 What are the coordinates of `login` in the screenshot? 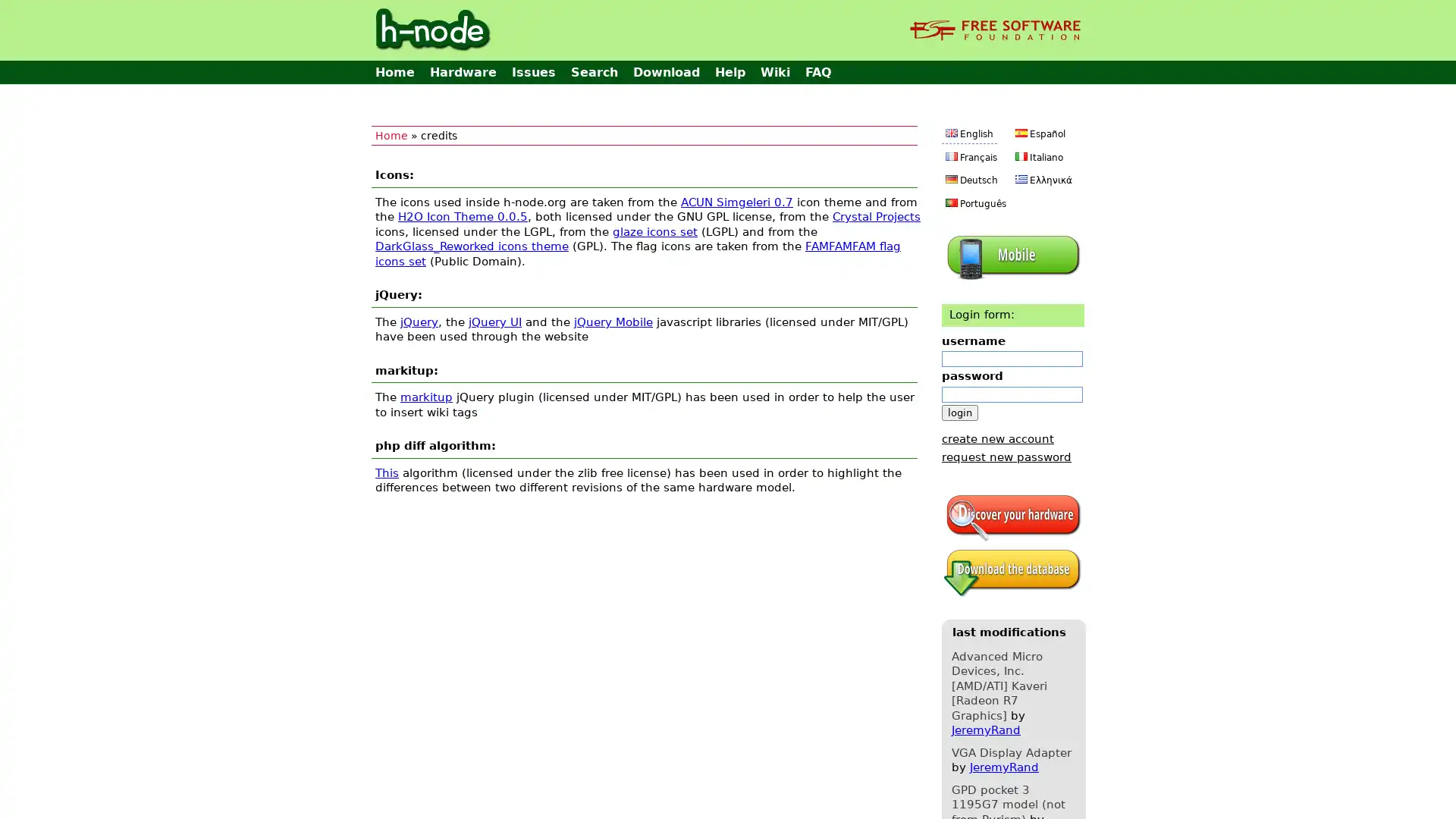 It's located at (959, 412).